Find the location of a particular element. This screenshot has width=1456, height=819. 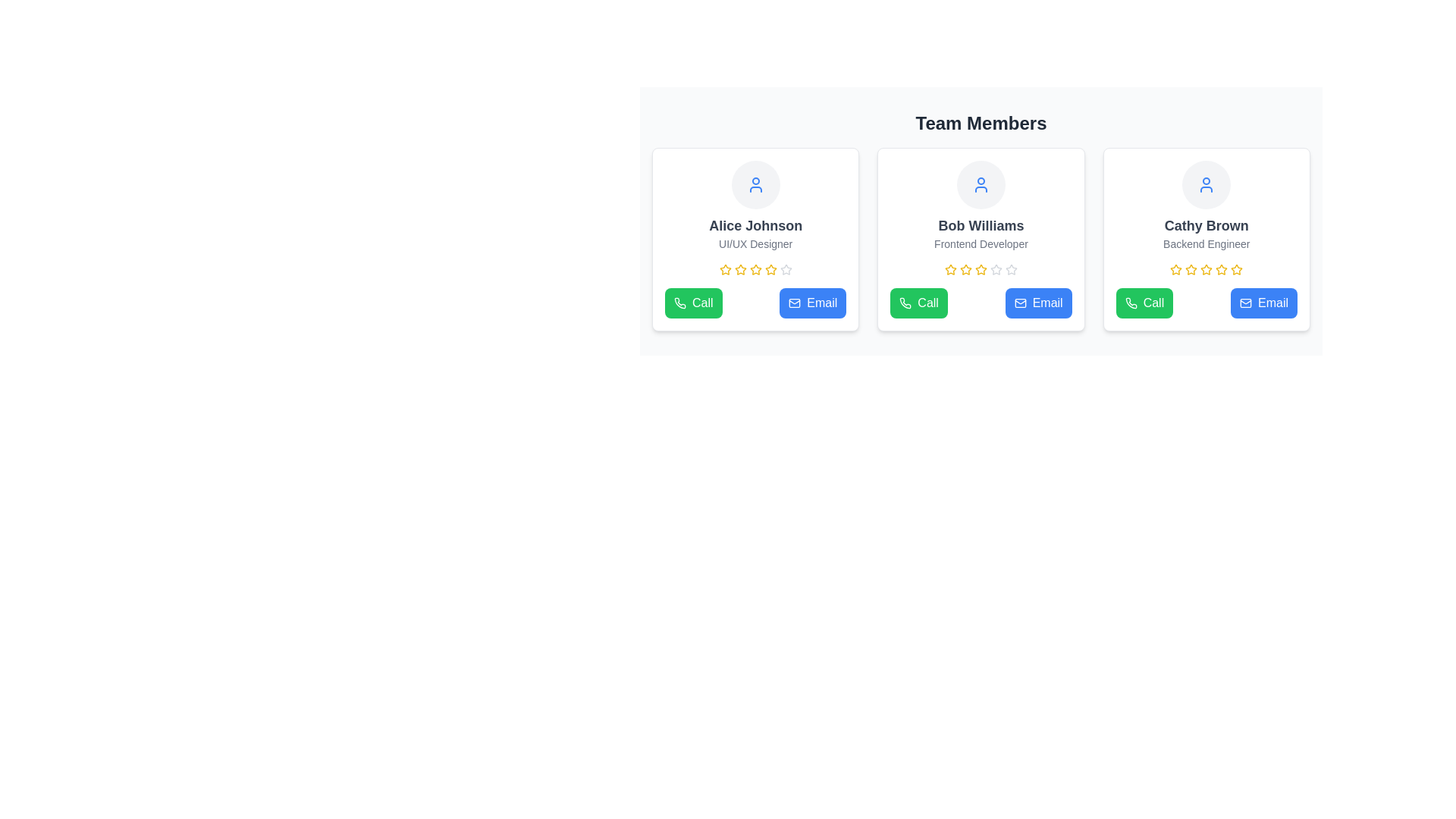

the Text Label displaying 'UI/UX Designer' located below 'Alice Johnson' in the card layout is located at coordinates (755, 243).